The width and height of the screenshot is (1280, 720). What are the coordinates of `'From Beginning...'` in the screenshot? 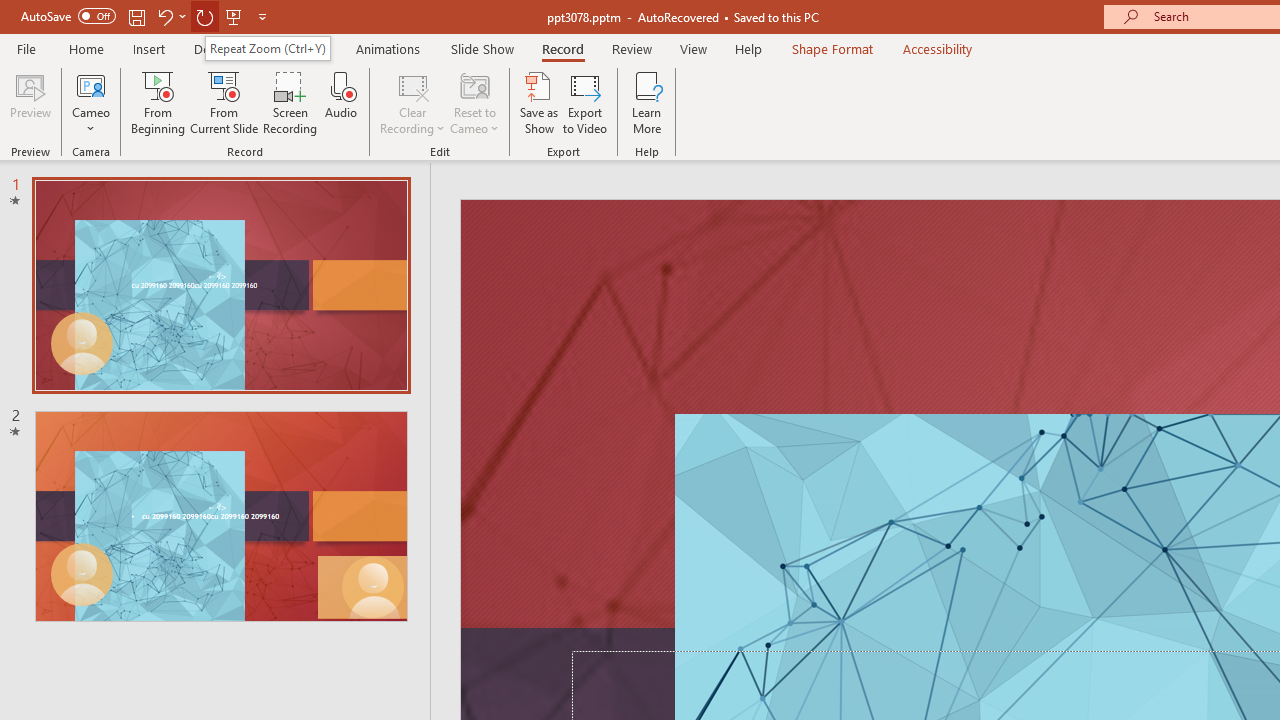 It's located at (157, 103).